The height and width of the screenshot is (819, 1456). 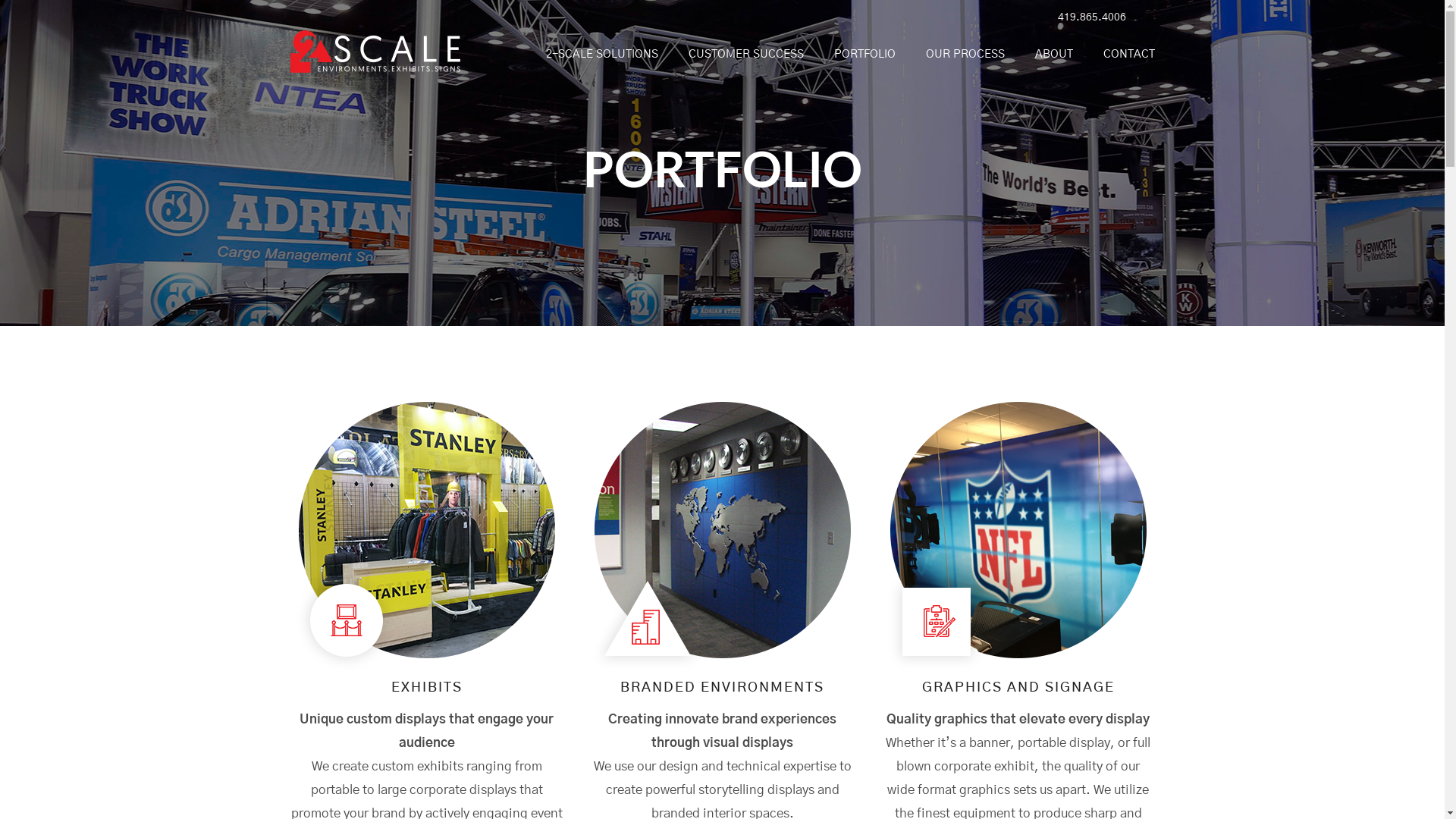 What do you see at coordinates (601, 54) in the screenshot?
I see `'2-SCALE SOLUTIONS'` at bounding box center [601, 54].